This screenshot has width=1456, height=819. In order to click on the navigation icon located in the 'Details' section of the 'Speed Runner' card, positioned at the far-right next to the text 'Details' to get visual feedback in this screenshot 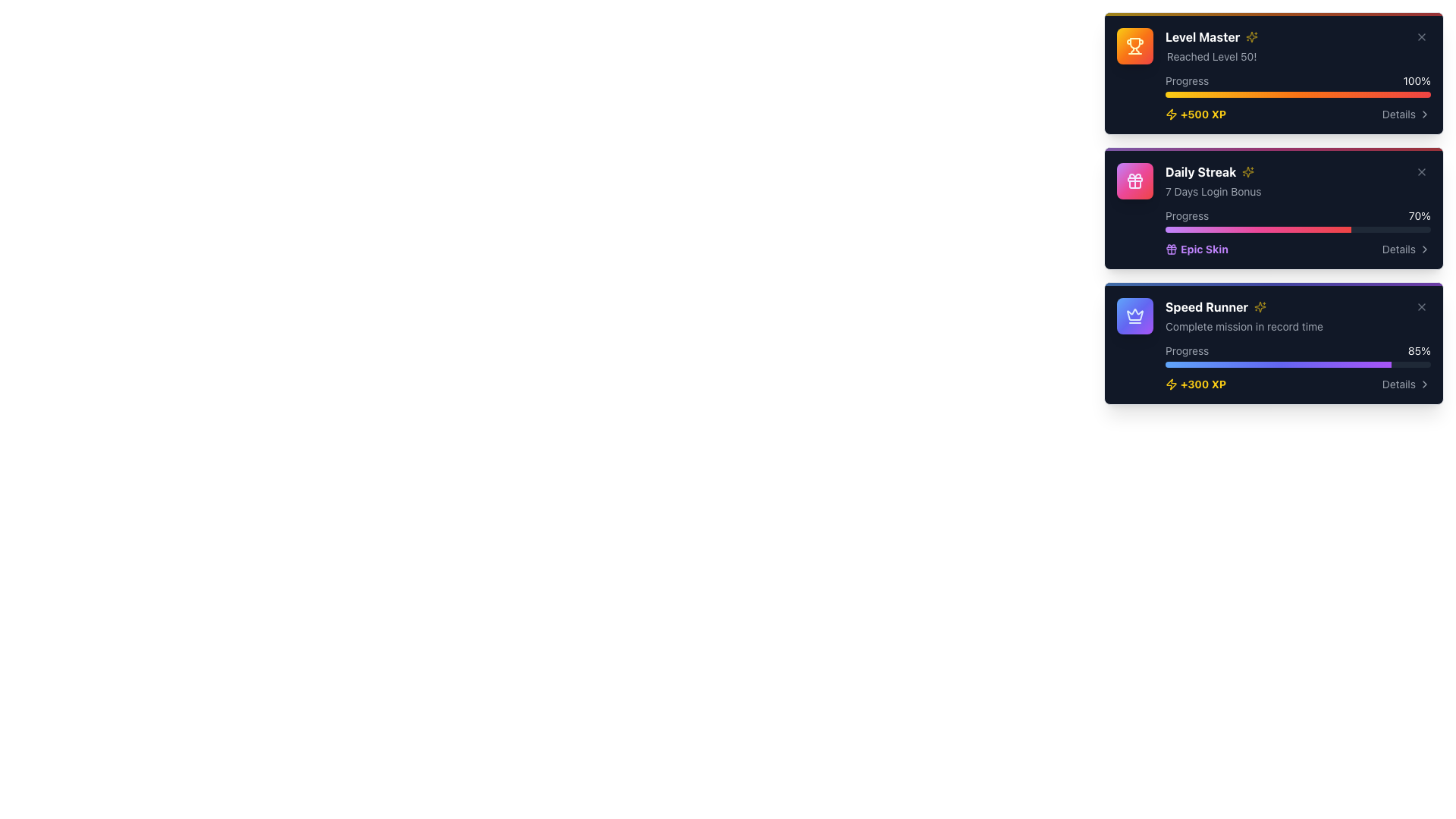, I will do `click(1423, 383)`.